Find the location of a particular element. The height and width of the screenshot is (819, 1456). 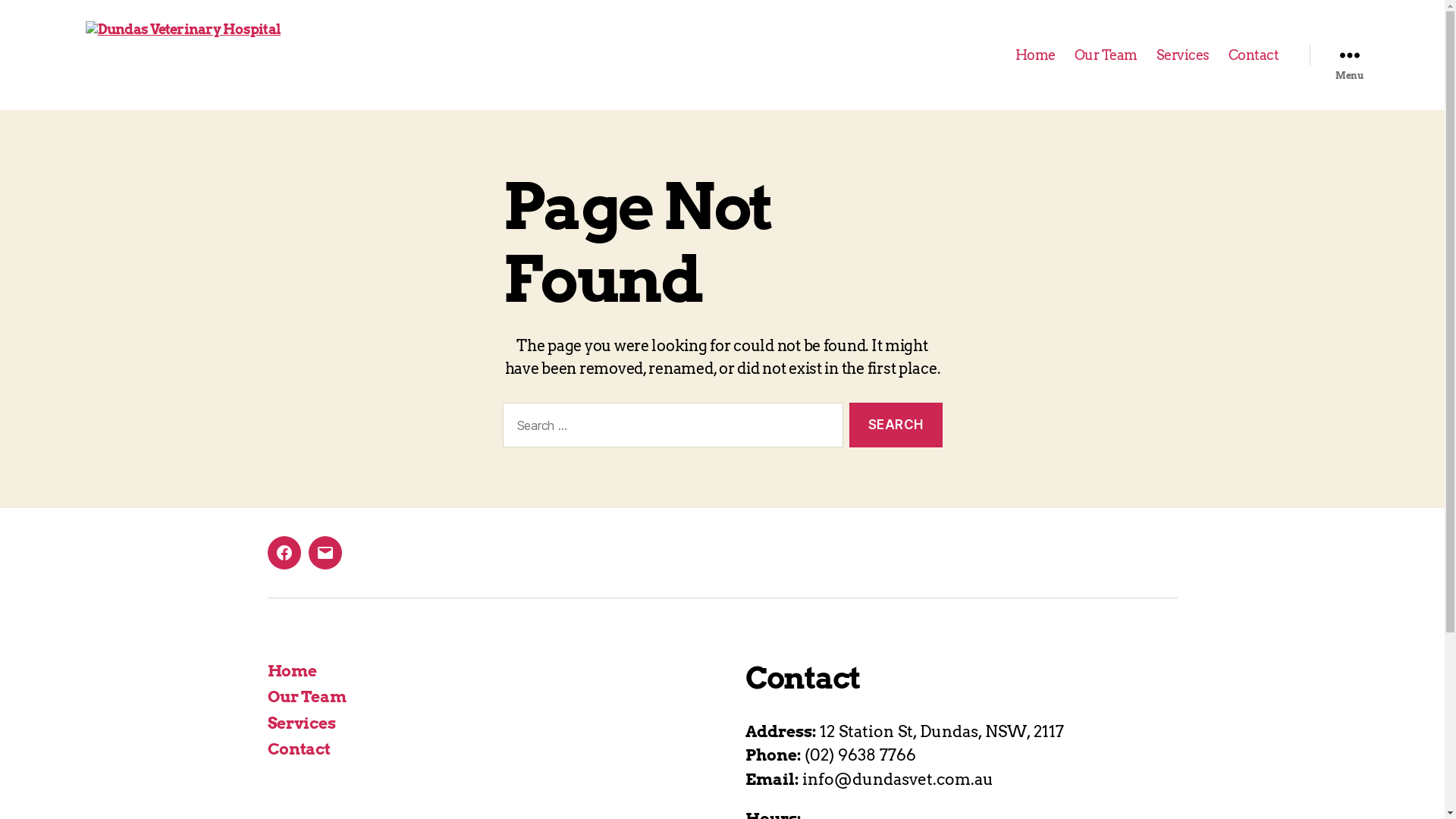

'Contact' is located at coordinates (1228, 55).